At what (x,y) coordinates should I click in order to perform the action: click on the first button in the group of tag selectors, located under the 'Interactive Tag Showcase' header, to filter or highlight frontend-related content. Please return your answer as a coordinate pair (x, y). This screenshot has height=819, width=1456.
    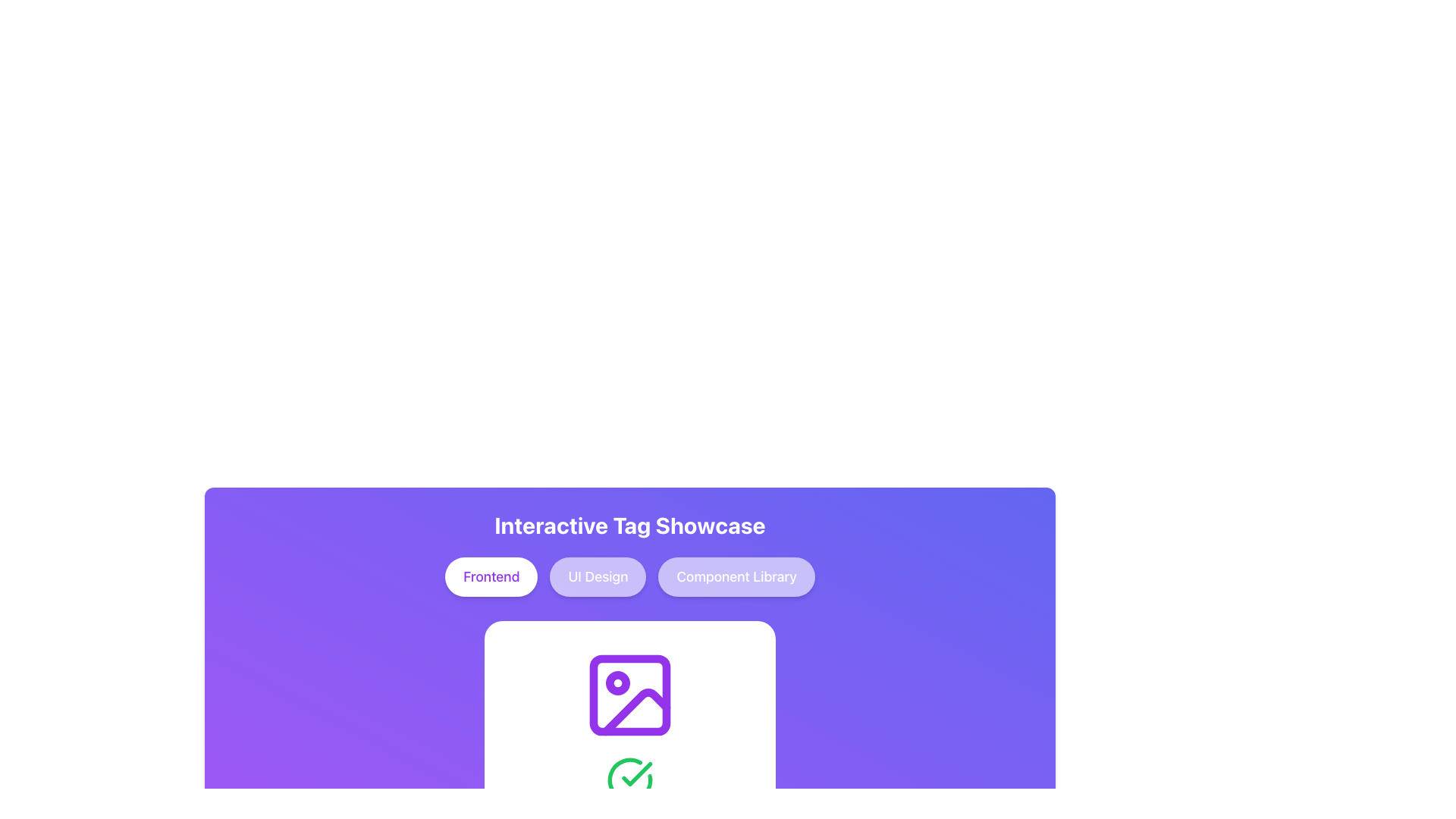
    Looking at the image, I should click on (491, 576).